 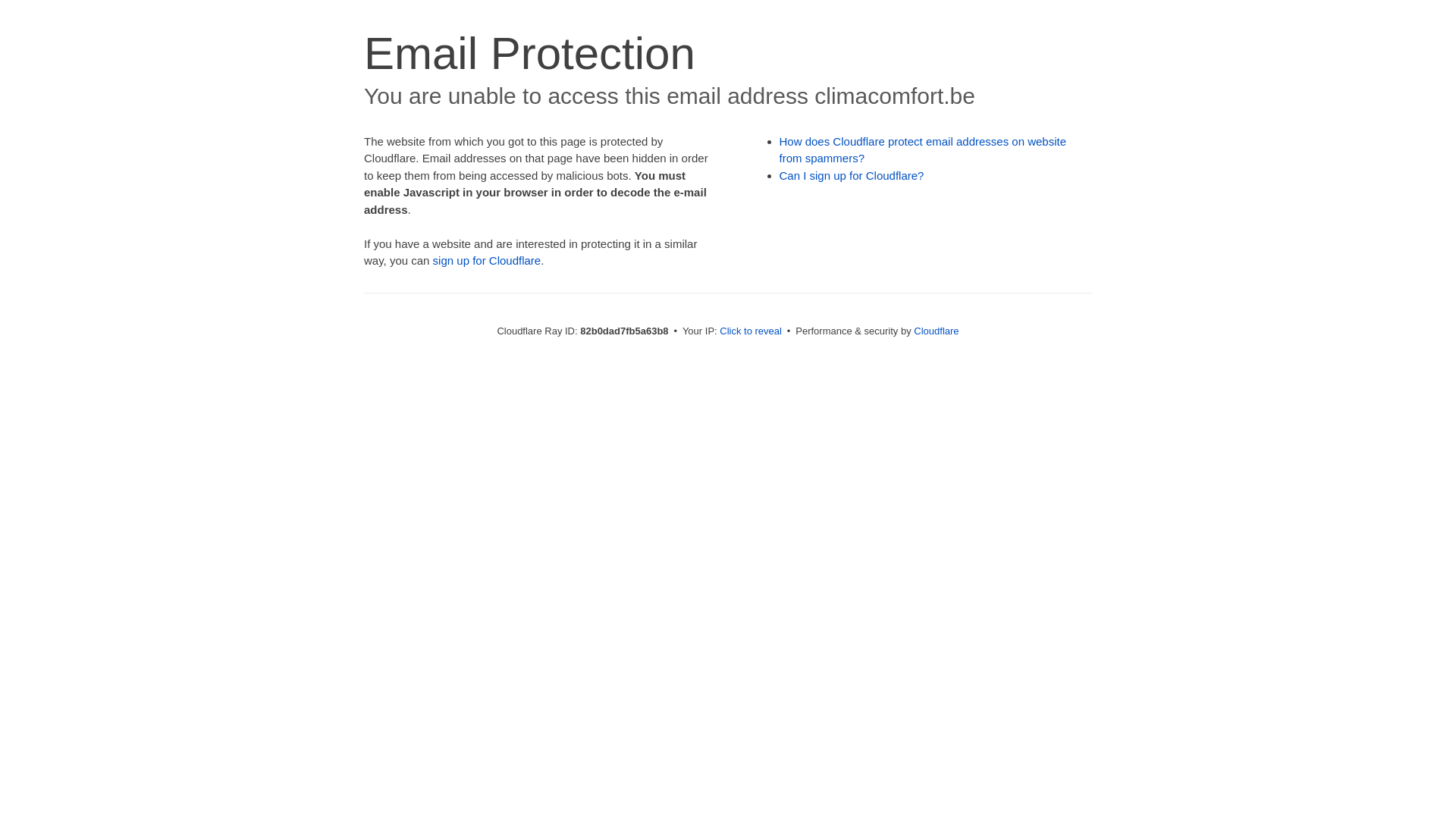 What do you see at coordinates (750, 330) in the screenshot?
I see `'Click to reveal'` at bounding box center [750, 330].